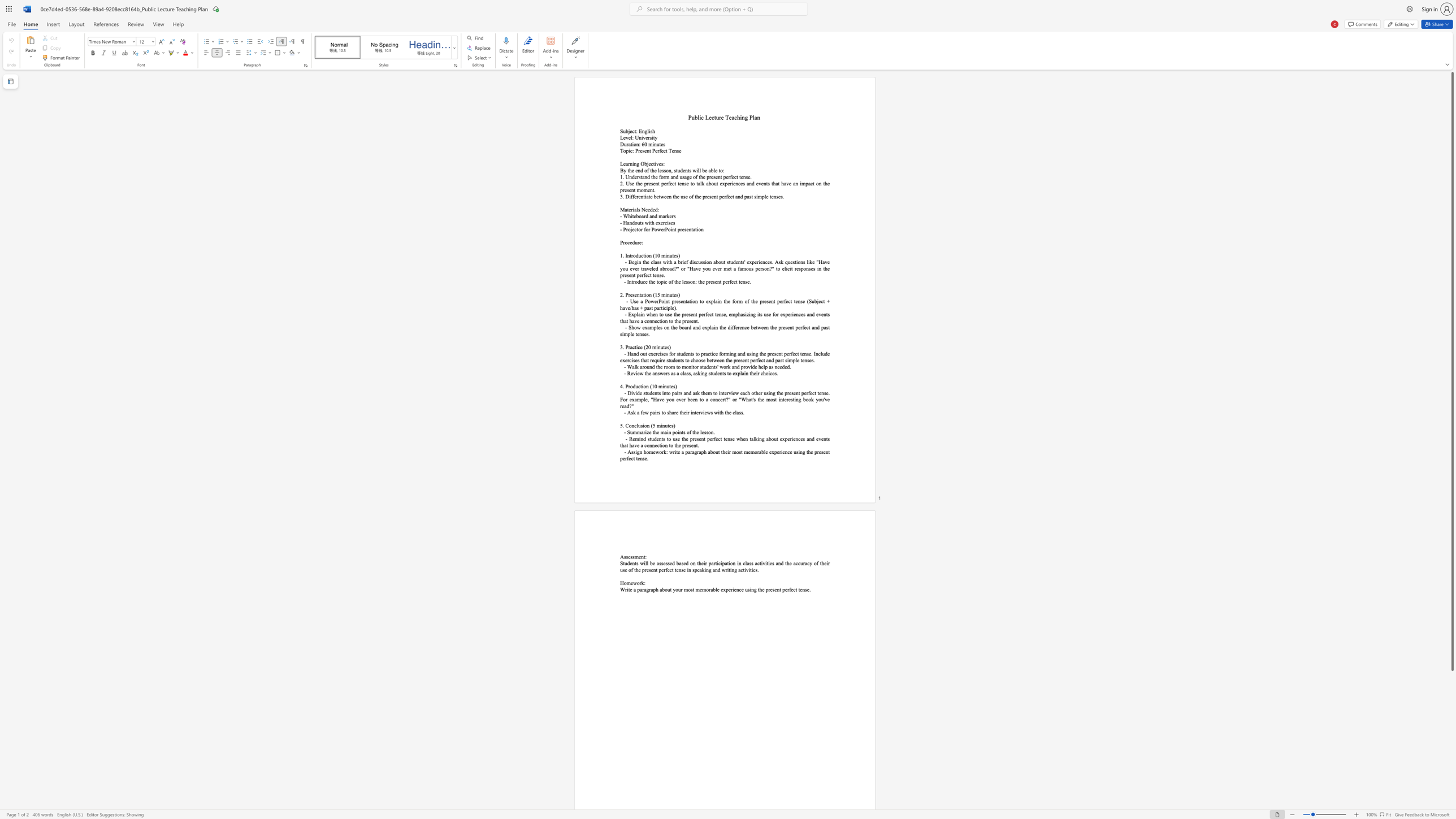 The image size is (1456, 819). Describe the element at coordinates (714, 117) in the screenshot. I see `the 1th character "t" in the text` at that location.